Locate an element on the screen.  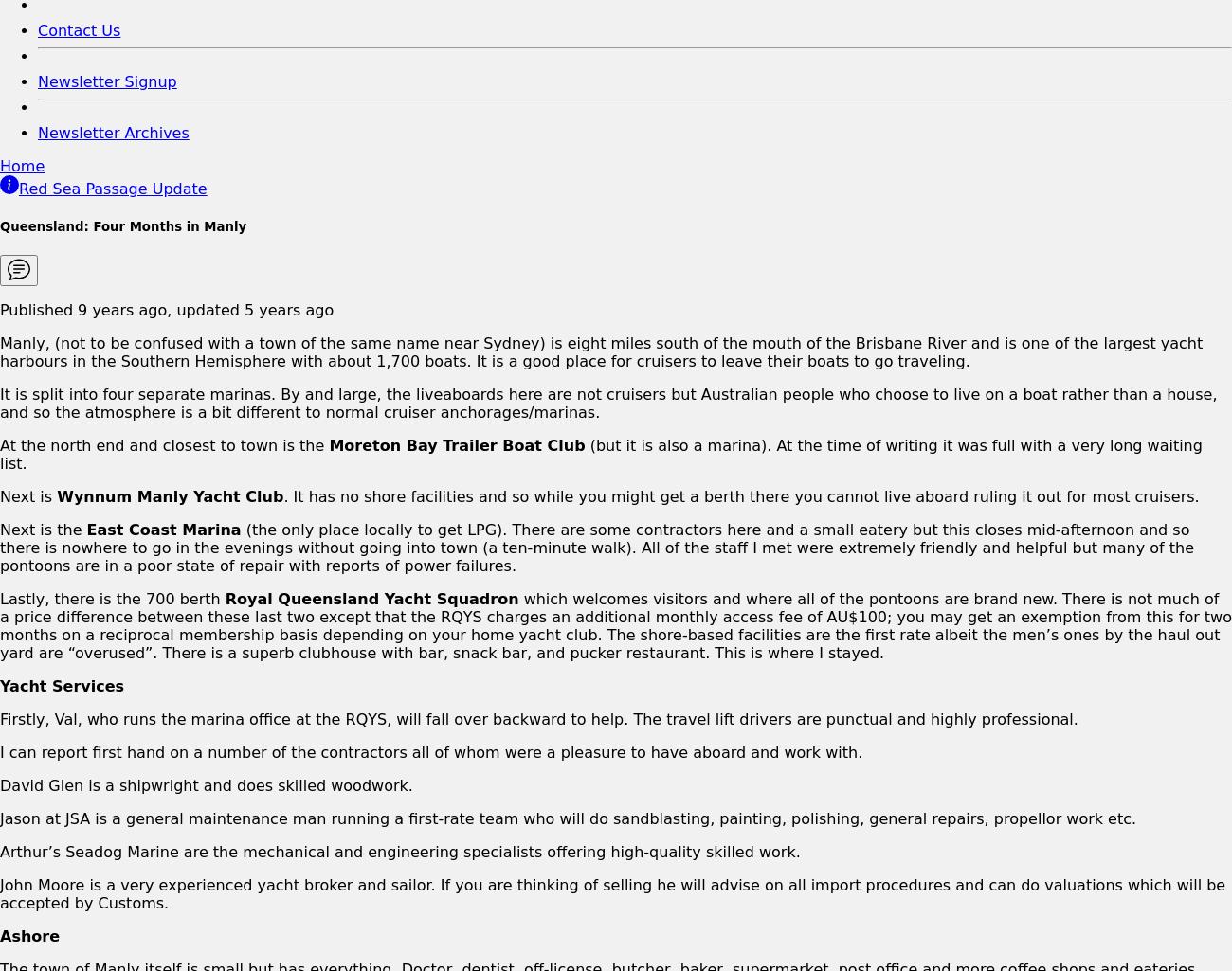
'Ashore' is located at coordinates (0, 934).